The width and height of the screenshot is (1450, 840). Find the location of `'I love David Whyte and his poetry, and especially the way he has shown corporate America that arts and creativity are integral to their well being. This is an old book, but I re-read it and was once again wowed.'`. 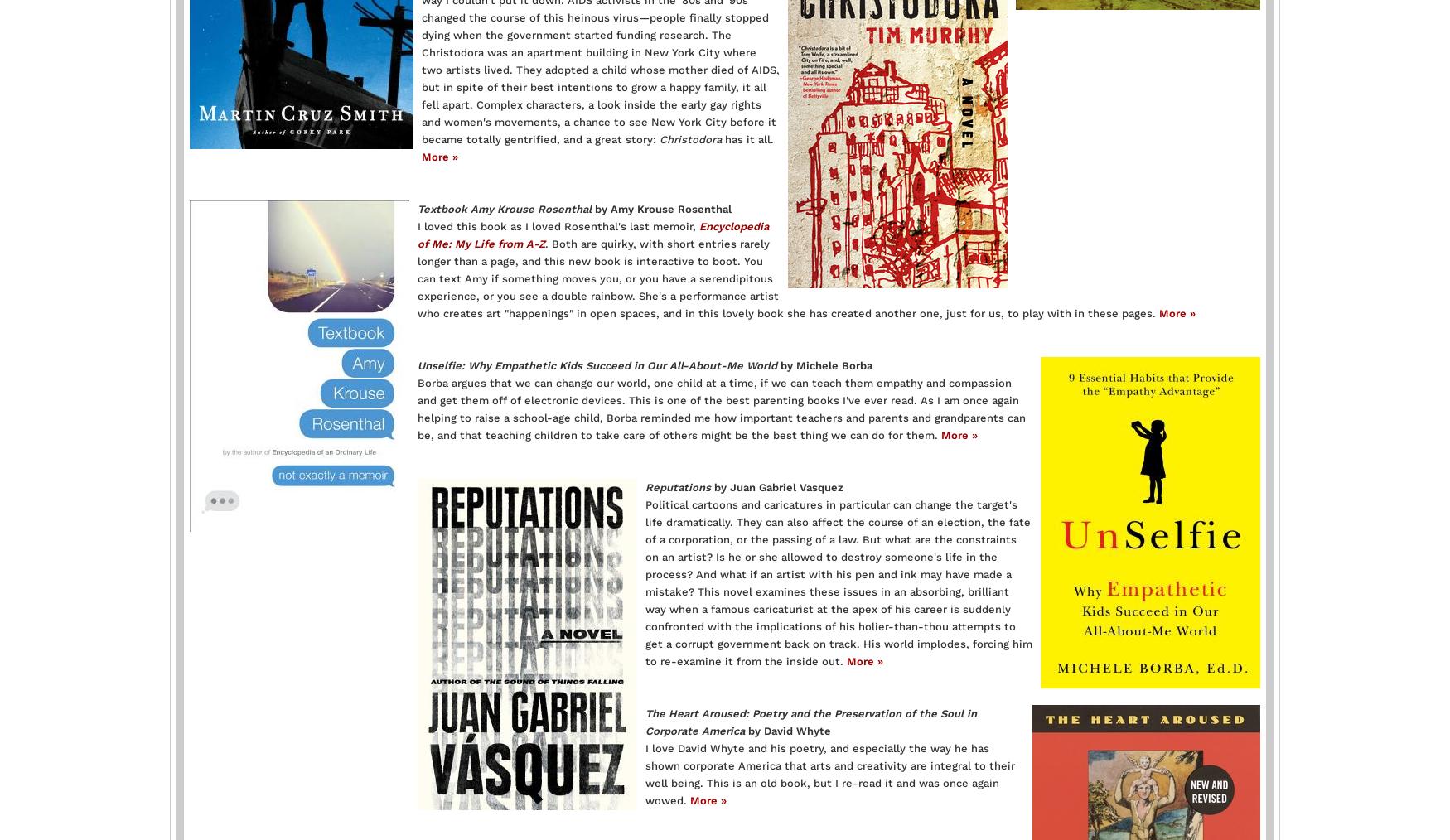

'I love David Whyte and his poetry, and especially the way he has shown corporate America that arts and creativity are integral to their well being. This is an old book, but I re-read it and was once again wowed.' is located at coordinates (829, 773).